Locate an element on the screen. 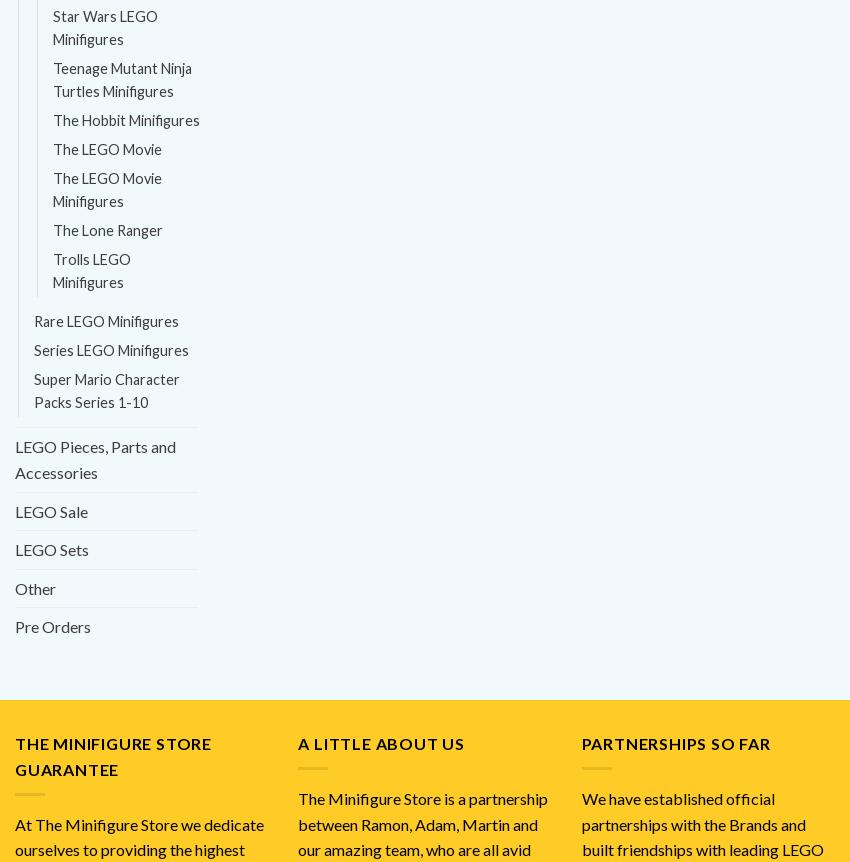  'Other' is located at coordinates (34, 587).